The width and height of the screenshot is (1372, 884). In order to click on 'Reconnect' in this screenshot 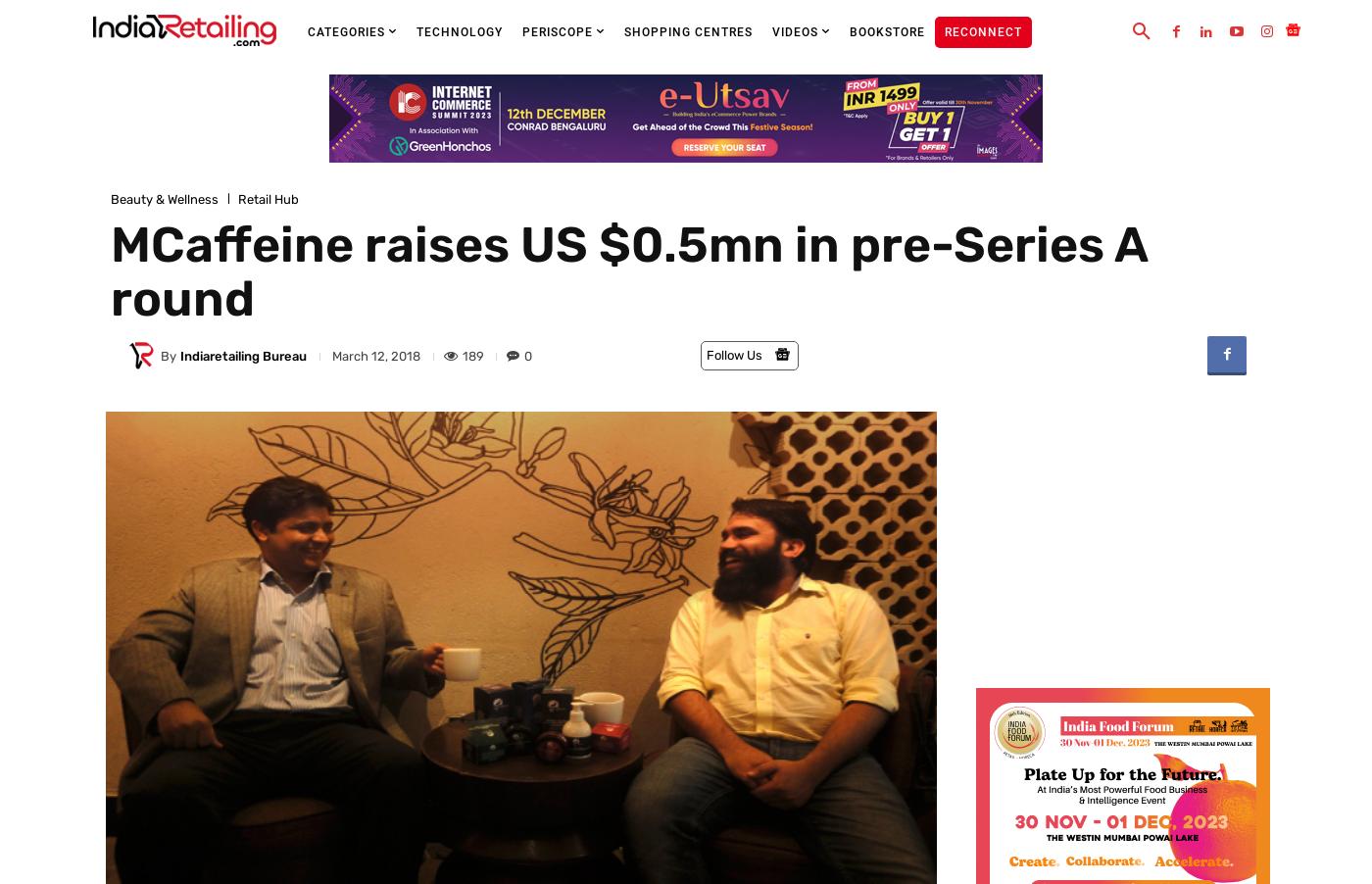, I will do `click(983, 31)`.